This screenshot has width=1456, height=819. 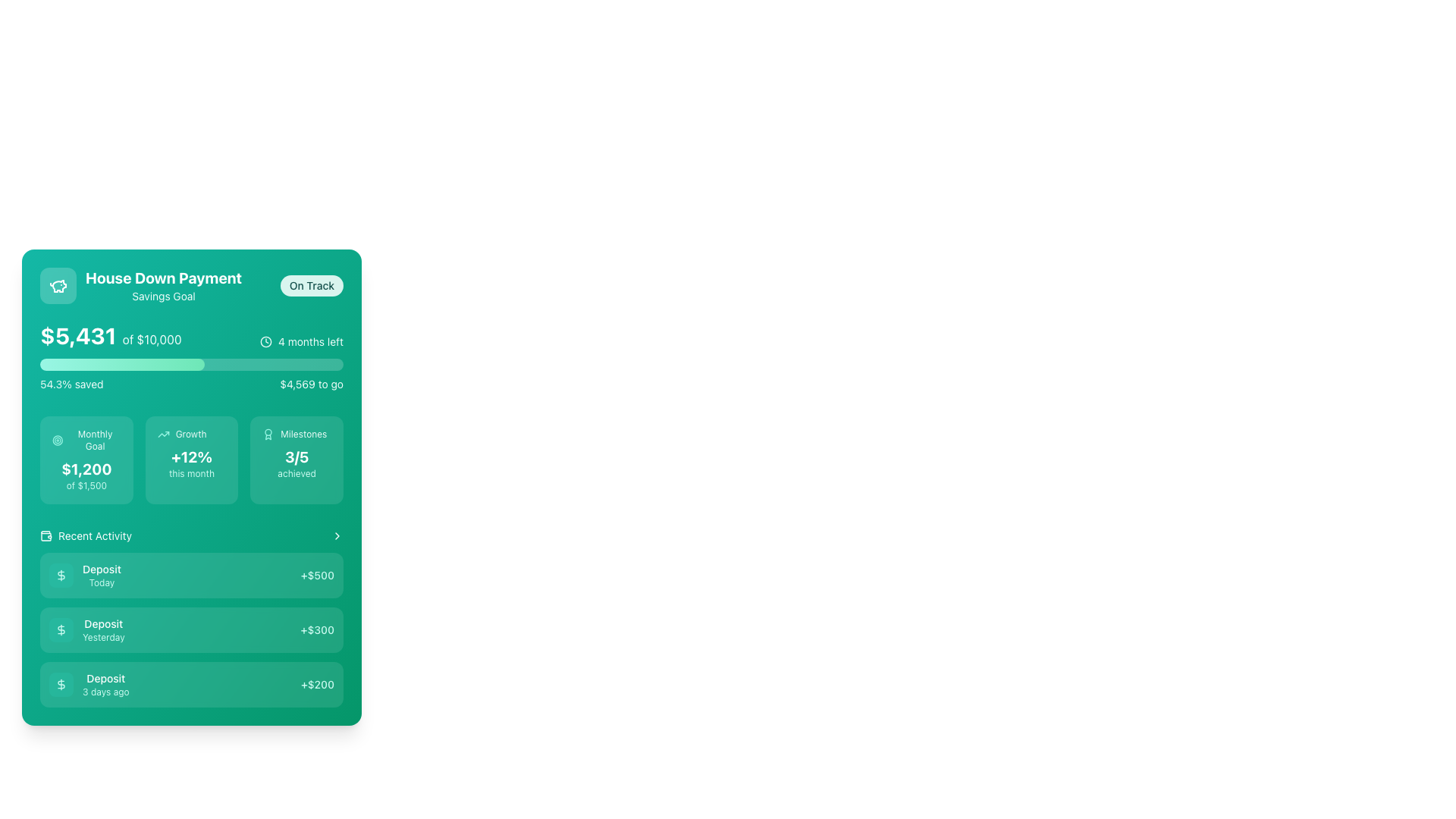 What do you see at coordinates (337, 535) in the screenshot?
I see `the right-pointing chevron icon styled in a minimalist design, located against a green background in the 'Recent Activity' section` at bounding box center [337, 535].